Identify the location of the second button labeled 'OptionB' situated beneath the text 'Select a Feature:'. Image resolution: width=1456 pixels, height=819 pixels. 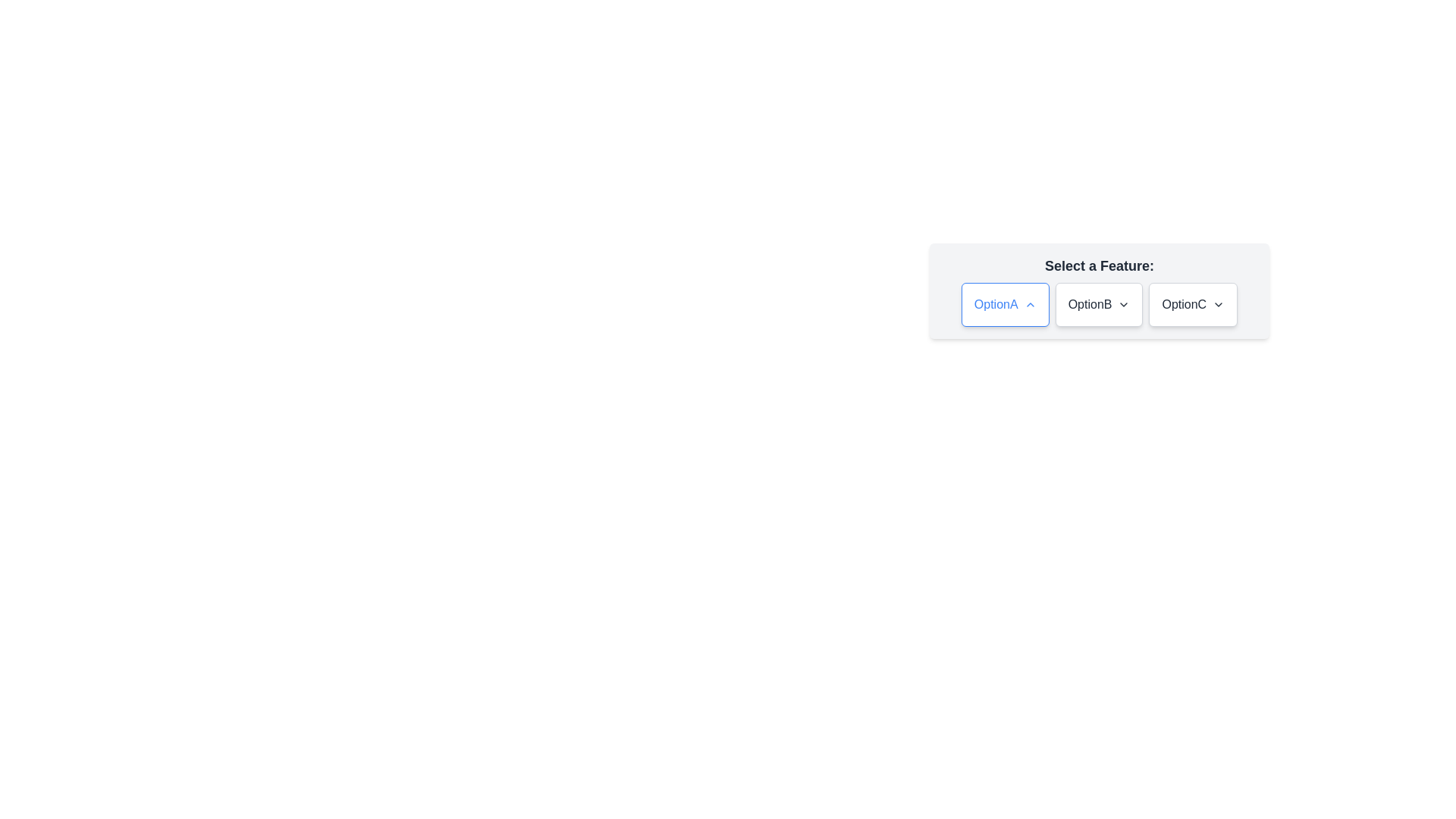
(1099, 304).